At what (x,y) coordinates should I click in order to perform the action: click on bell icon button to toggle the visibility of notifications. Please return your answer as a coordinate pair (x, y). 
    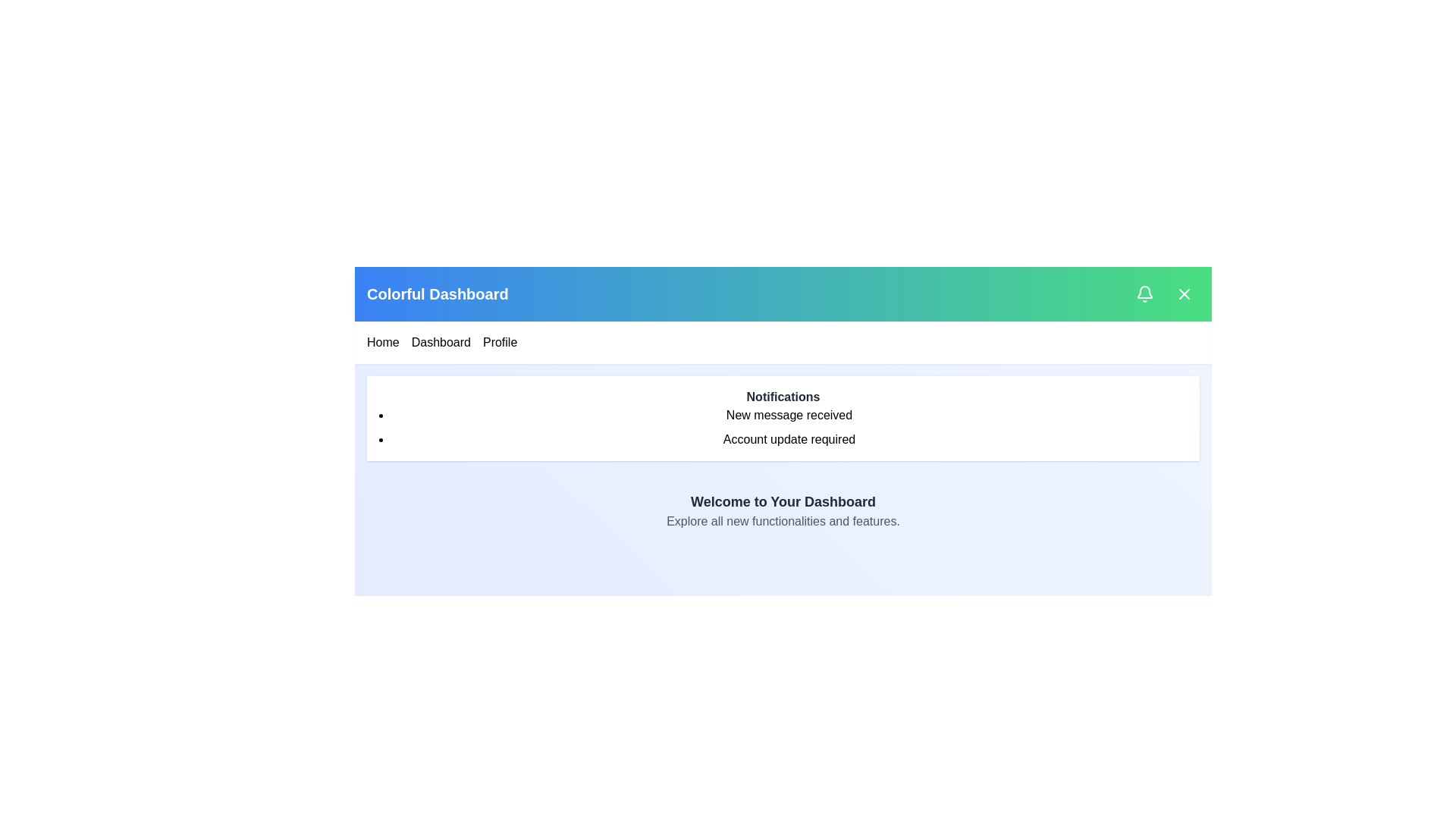
    Looking at the image, I should click on (1145, 294).